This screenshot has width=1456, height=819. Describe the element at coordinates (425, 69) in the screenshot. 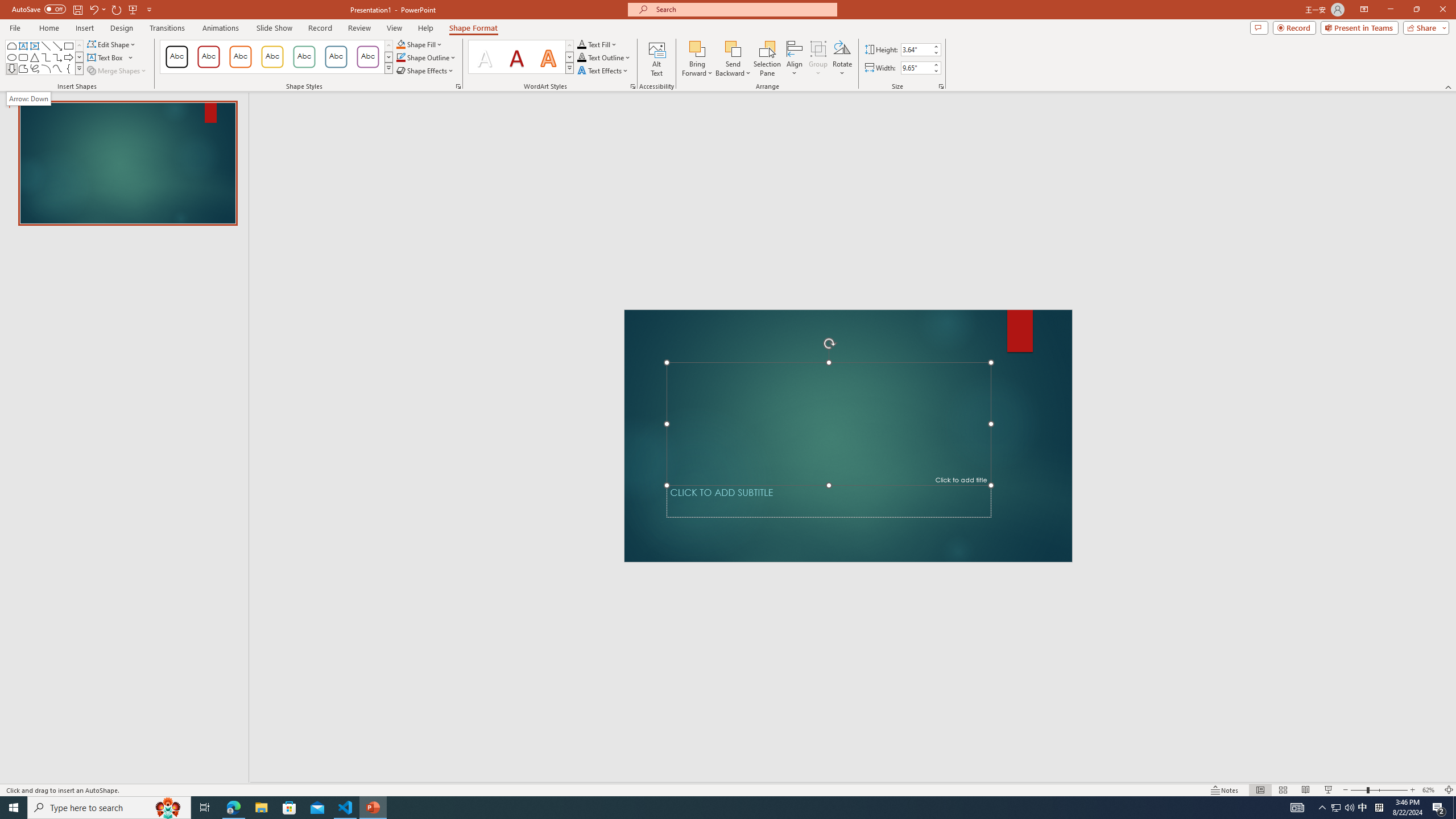

I see `'Shape Effects'` at that location.